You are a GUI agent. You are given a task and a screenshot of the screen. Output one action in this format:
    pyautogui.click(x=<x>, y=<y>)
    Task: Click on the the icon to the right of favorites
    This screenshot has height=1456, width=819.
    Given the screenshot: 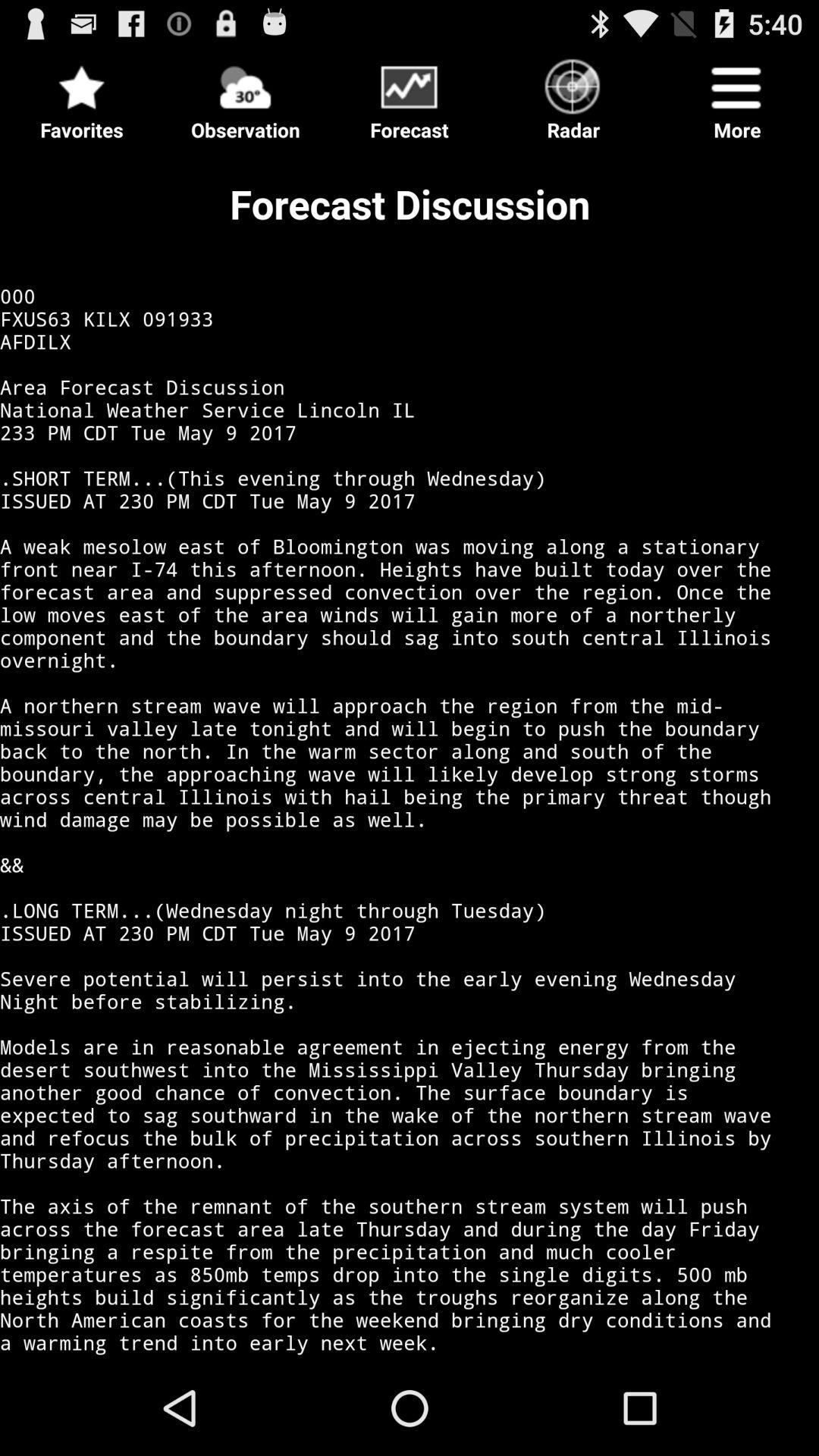 What is the action you would take?
    pyautogui.click(x=245, y=94)
    